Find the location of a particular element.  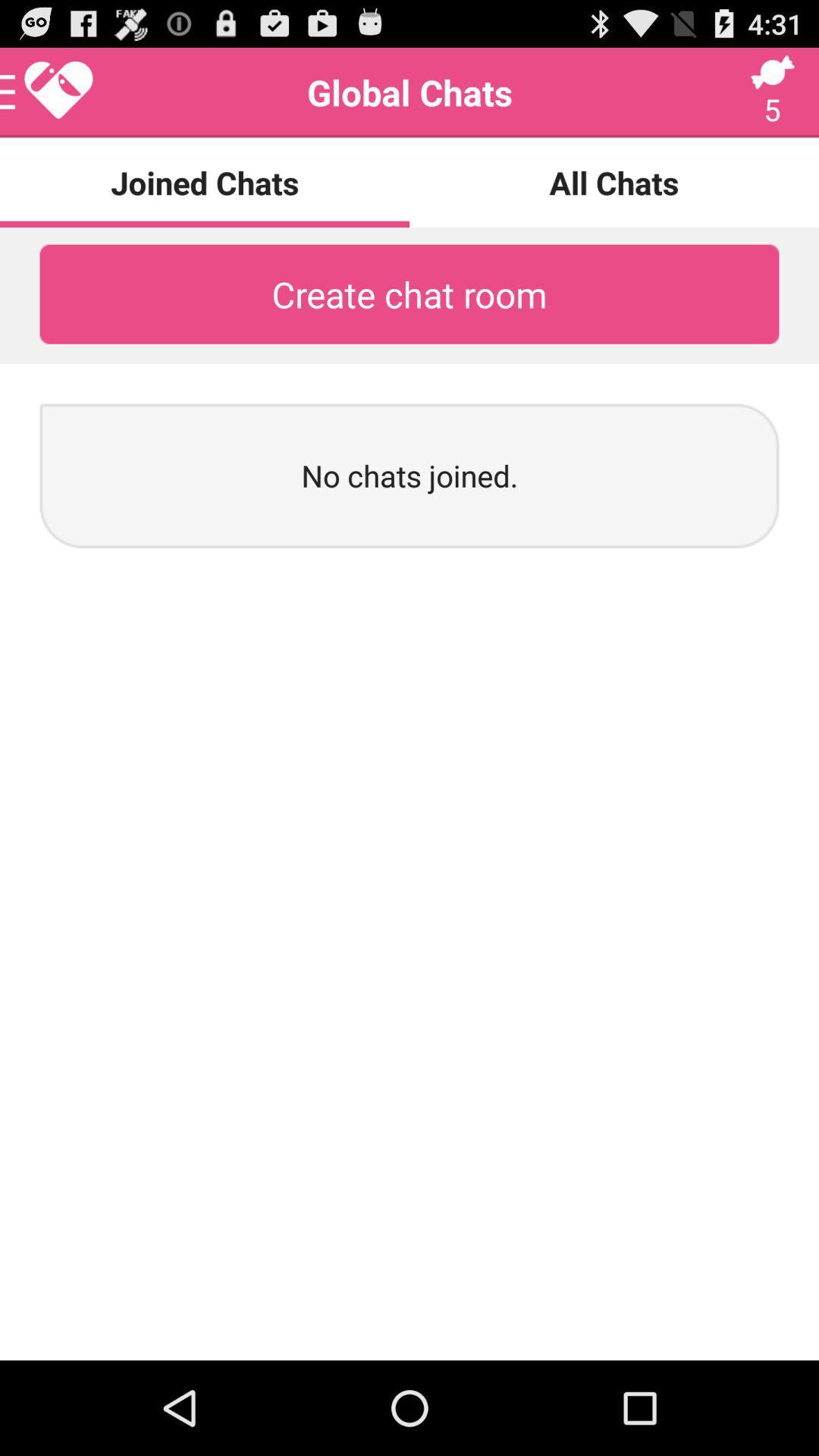

the icon above no chats joined. icon is located at coordinates (409, 294).